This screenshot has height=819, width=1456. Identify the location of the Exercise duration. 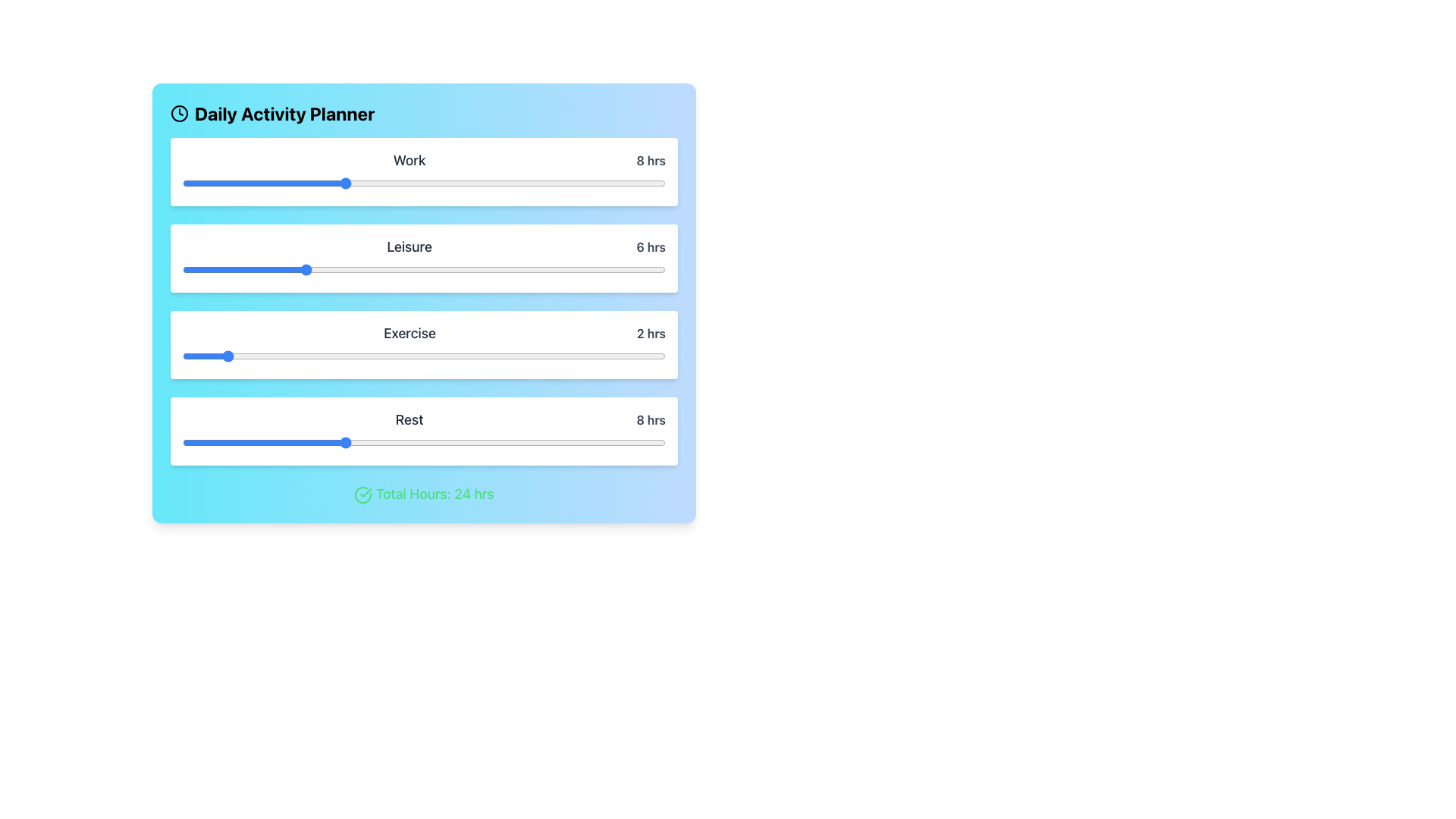
(544, 356).